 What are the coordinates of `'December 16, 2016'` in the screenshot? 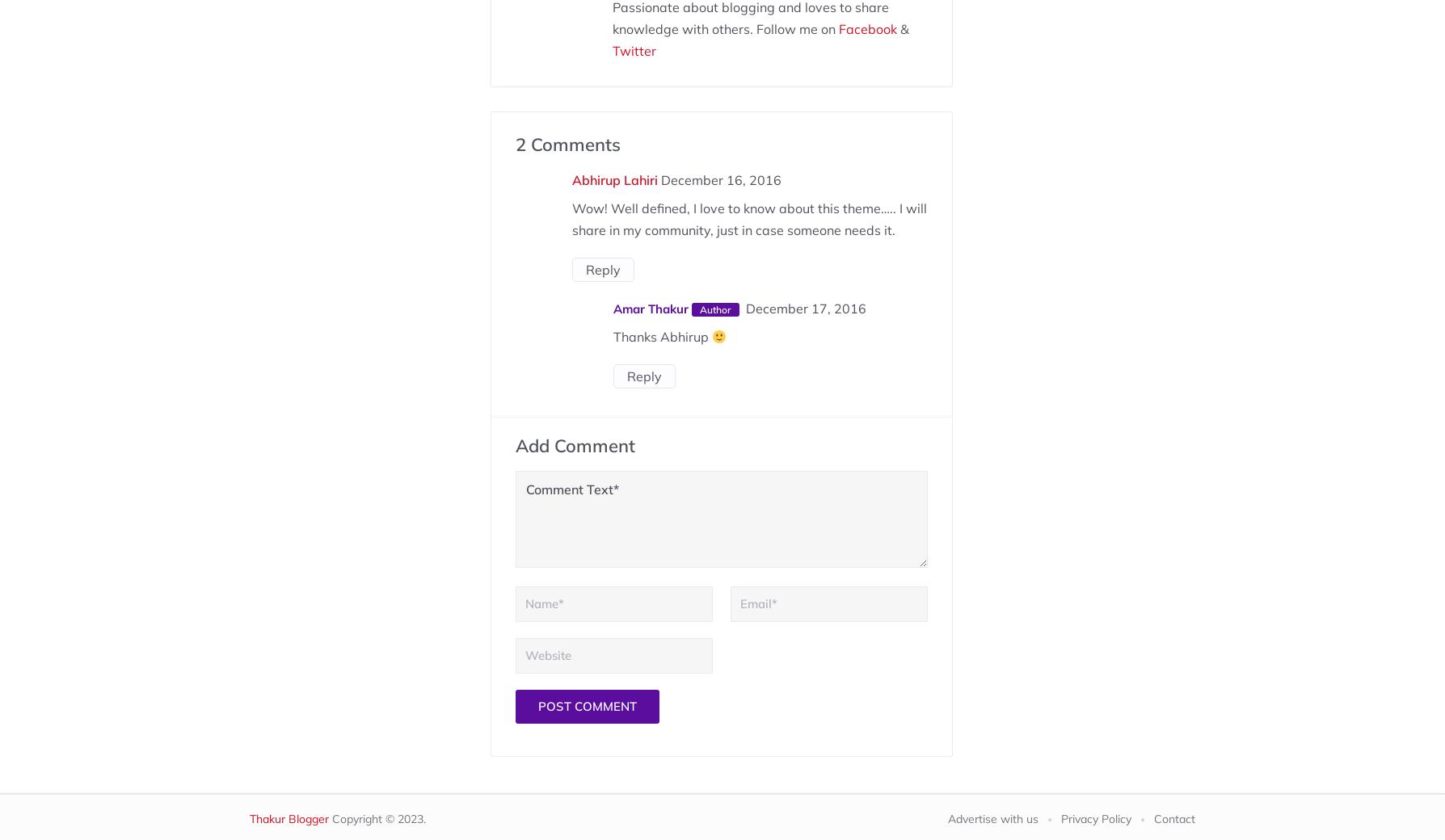 It's located at (719, 179).